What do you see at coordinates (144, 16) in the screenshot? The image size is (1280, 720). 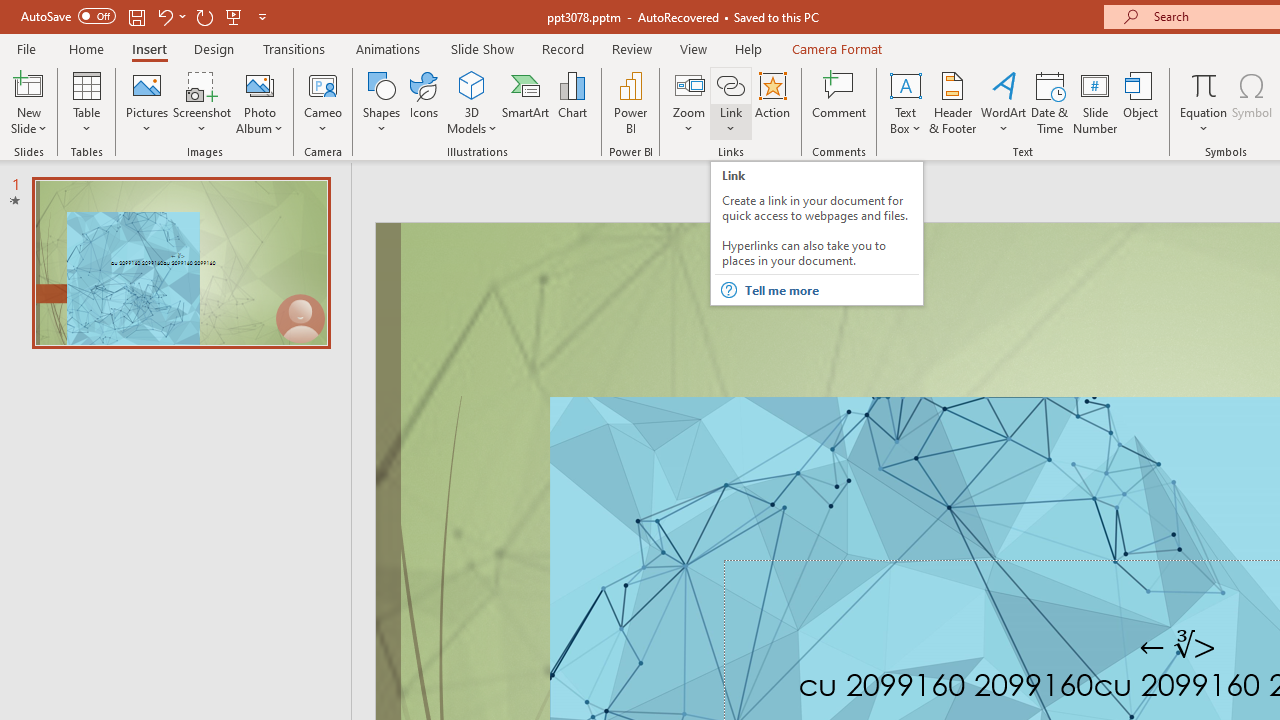 I see `'Quick Access Toolbar'` at bounding box center [144, 16].